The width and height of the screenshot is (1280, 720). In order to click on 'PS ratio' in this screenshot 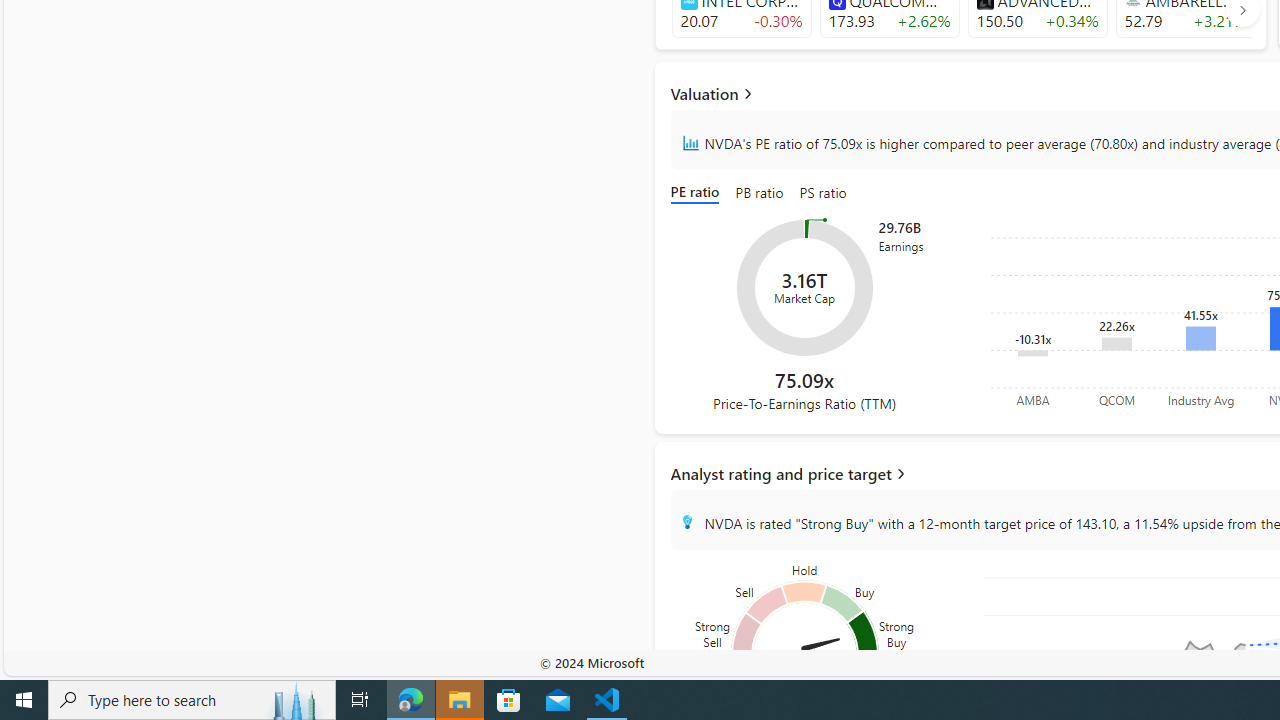, I will do `click(823, 194)`.